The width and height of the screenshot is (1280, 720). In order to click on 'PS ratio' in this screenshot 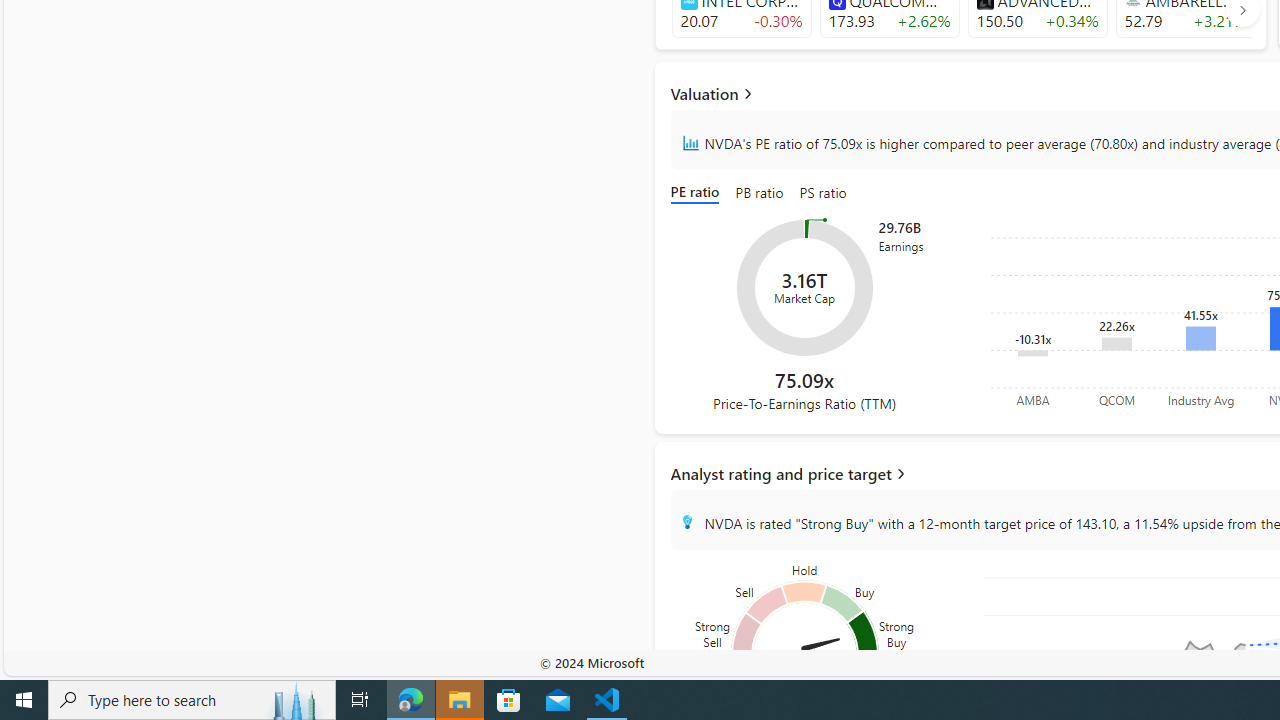, I will do `click(823, 194)`.